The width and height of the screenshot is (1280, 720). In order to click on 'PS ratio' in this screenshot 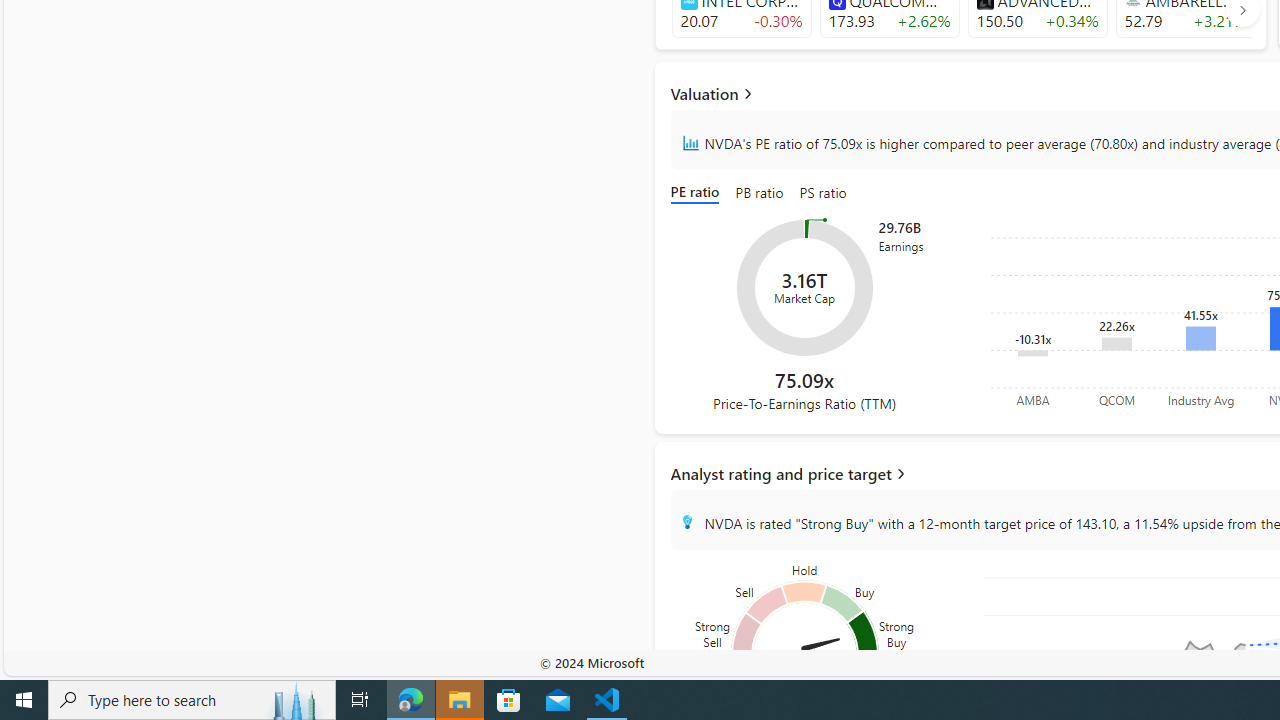, I will do `click(823, 194)`.